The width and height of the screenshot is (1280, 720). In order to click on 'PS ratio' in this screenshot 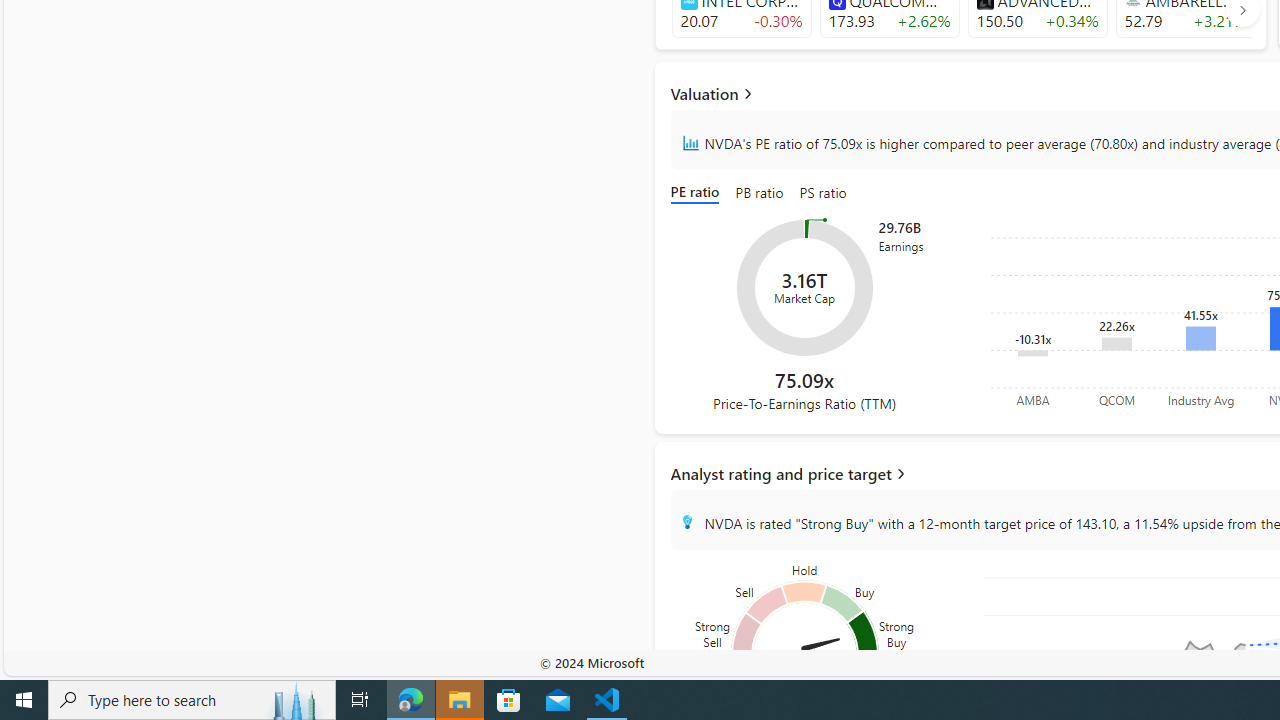, I will do `click(823, 194)`.